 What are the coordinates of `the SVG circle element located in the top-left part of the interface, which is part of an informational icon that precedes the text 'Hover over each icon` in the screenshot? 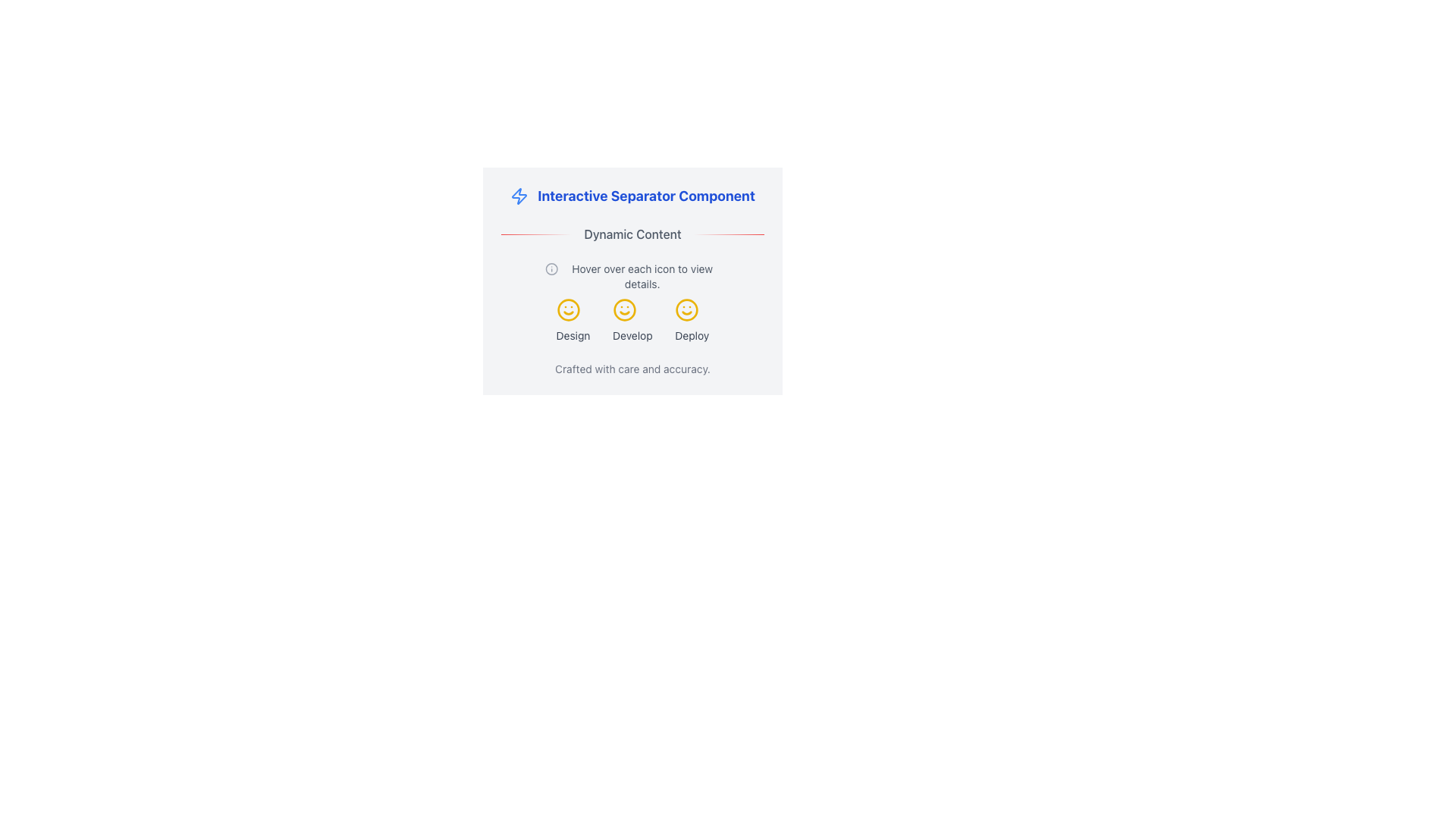 It's located at (551, 268).